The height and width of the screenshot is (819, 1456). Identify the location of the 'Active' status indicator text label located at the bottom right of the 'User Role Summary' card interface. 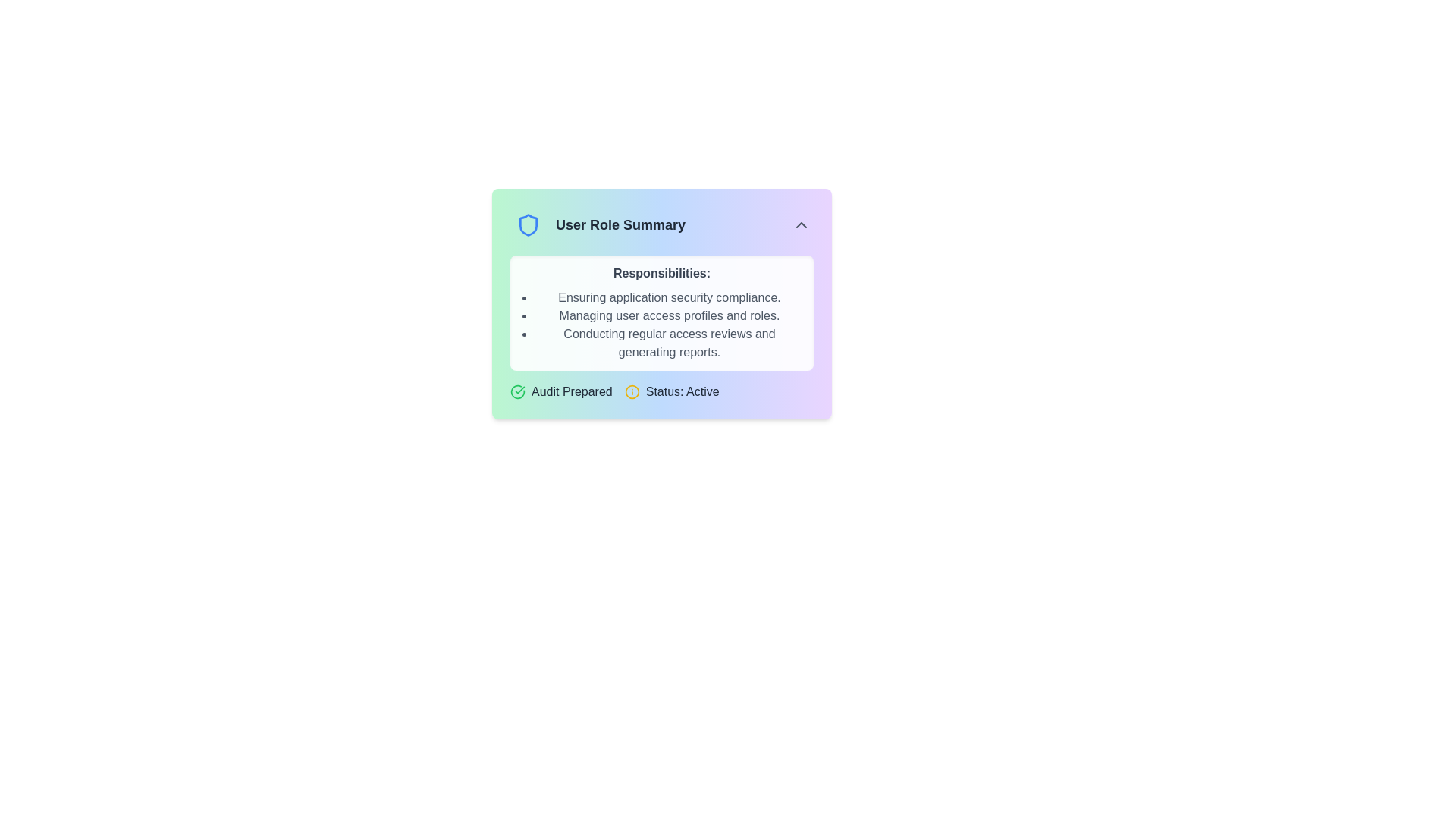
(682, 391).